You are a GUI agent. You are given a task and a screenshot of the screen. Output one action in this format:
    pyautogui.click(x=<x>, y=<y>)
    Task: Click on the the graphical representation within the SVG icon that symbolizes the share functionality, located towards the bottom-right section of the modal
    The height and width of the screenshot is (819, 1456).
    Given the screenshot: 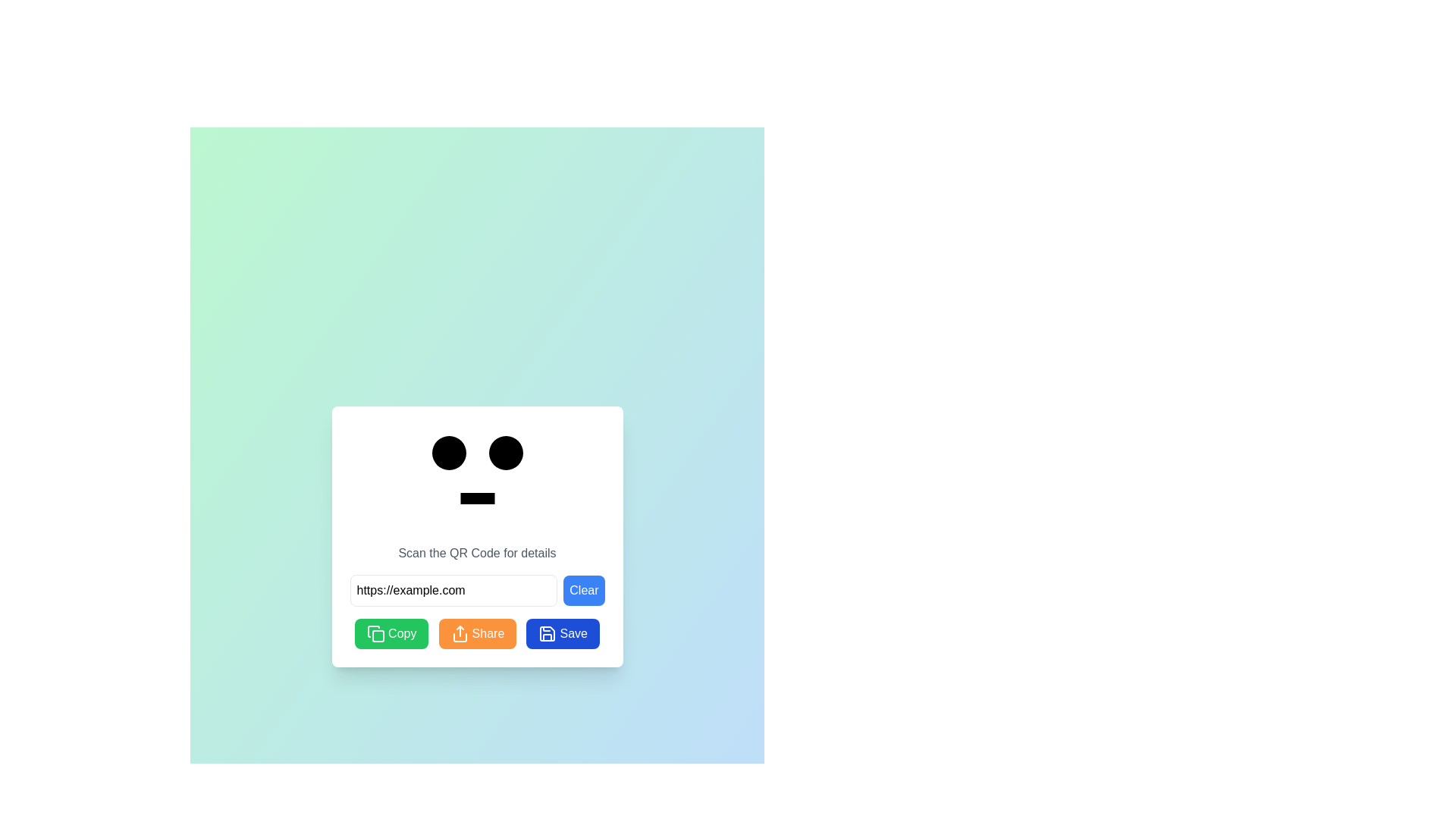 What is the action you would take?
    pyautogui.click(x=459, y=637)
    